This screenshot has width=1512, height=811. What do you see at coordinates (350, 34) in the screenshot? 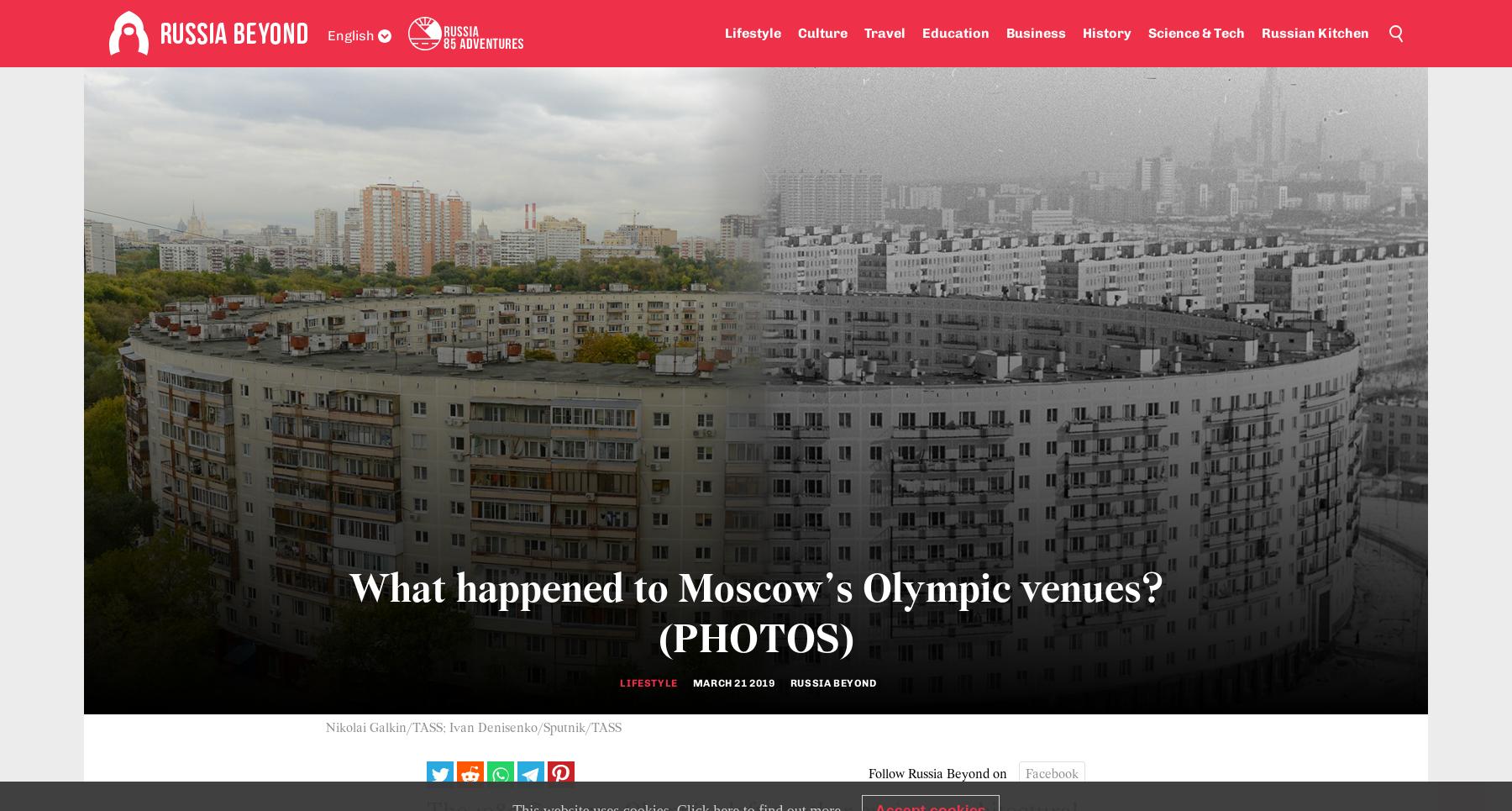
I see `'English'` at bounding box center [350, 34].